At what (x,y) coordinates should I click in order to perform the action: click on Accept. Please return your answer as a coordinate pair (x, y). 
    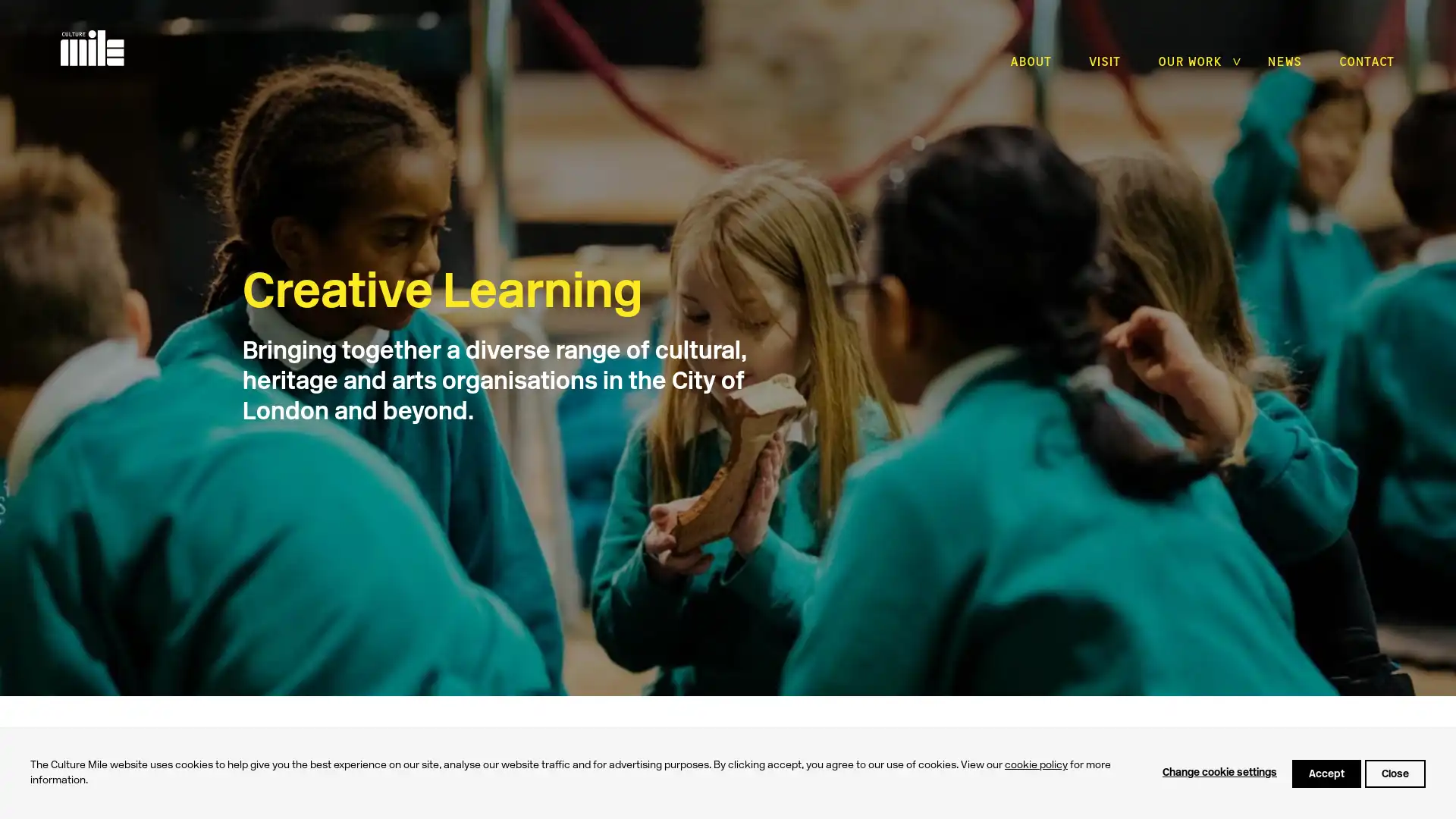
    Looking at the image, I should click on (1326, 773).